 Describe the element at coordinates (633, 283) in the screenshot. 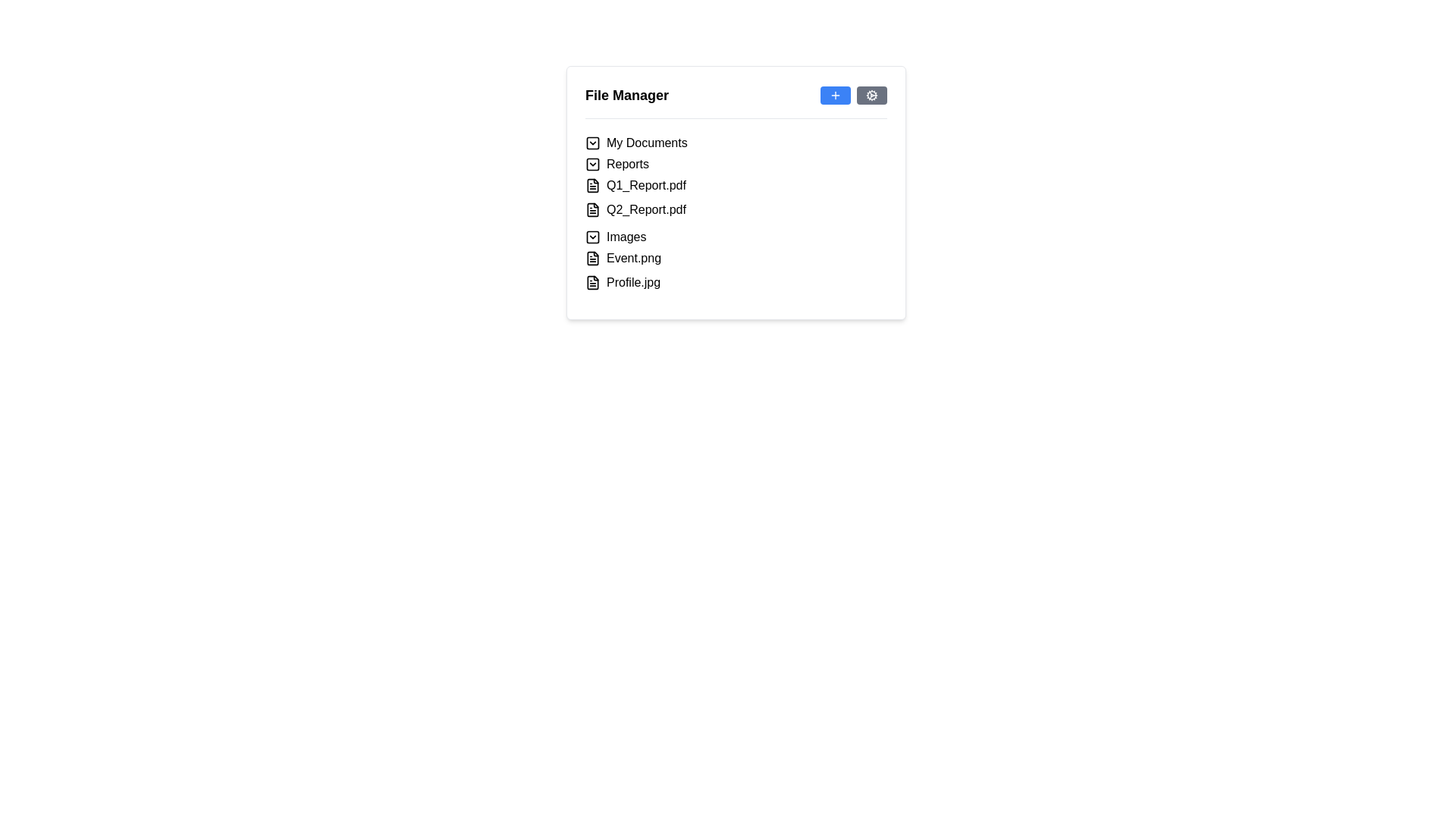

I see `the text label representing the file named 'Profile.jpg' in the file manager interface, which is the last entry in the list of files and folders` at that location.